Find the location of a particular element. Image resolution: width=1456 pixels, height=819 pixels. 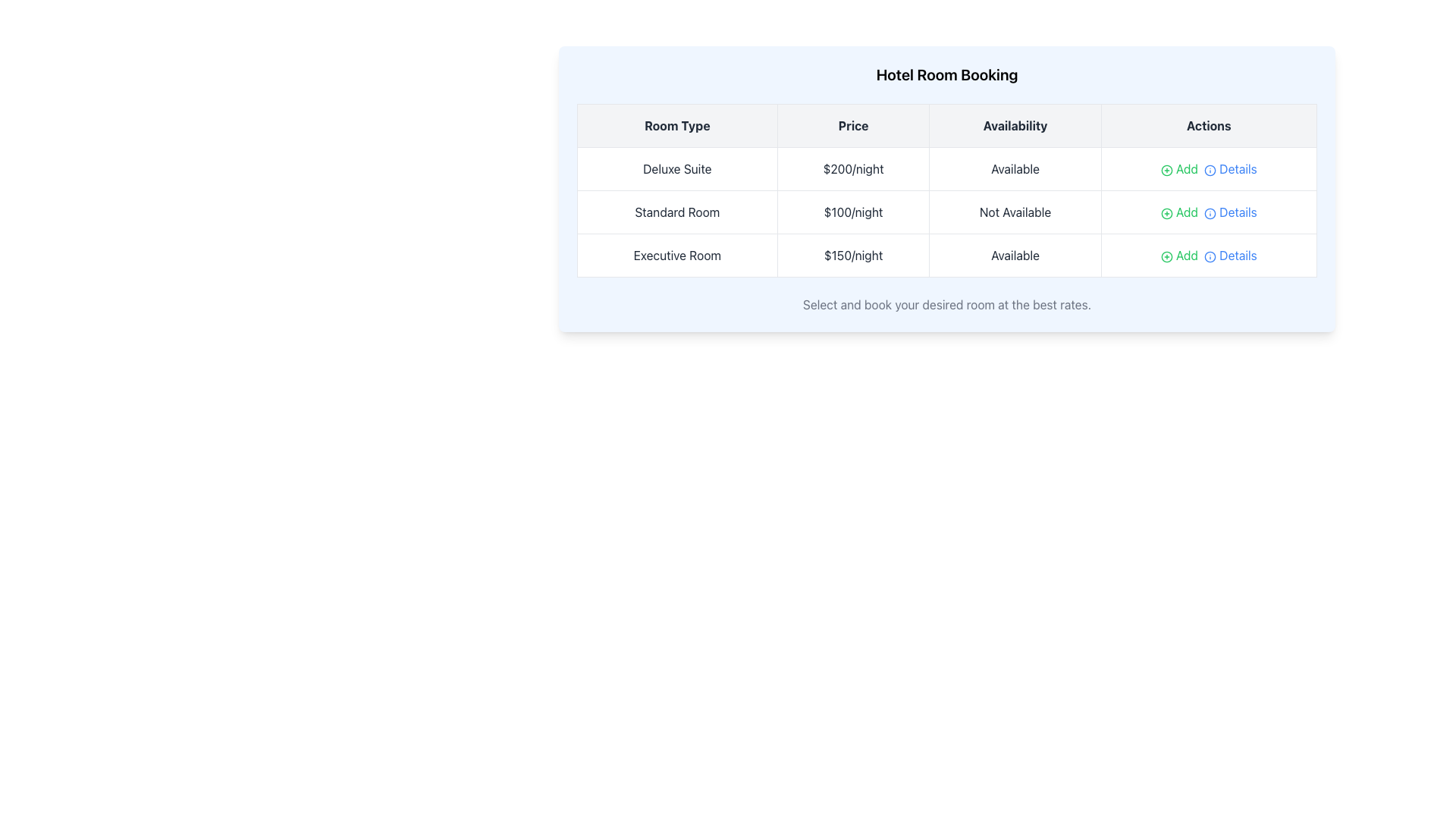

the text display element indicating the room type name for the third room offering in the table, which serves as a label or heading is located at coordinates (676, 254).